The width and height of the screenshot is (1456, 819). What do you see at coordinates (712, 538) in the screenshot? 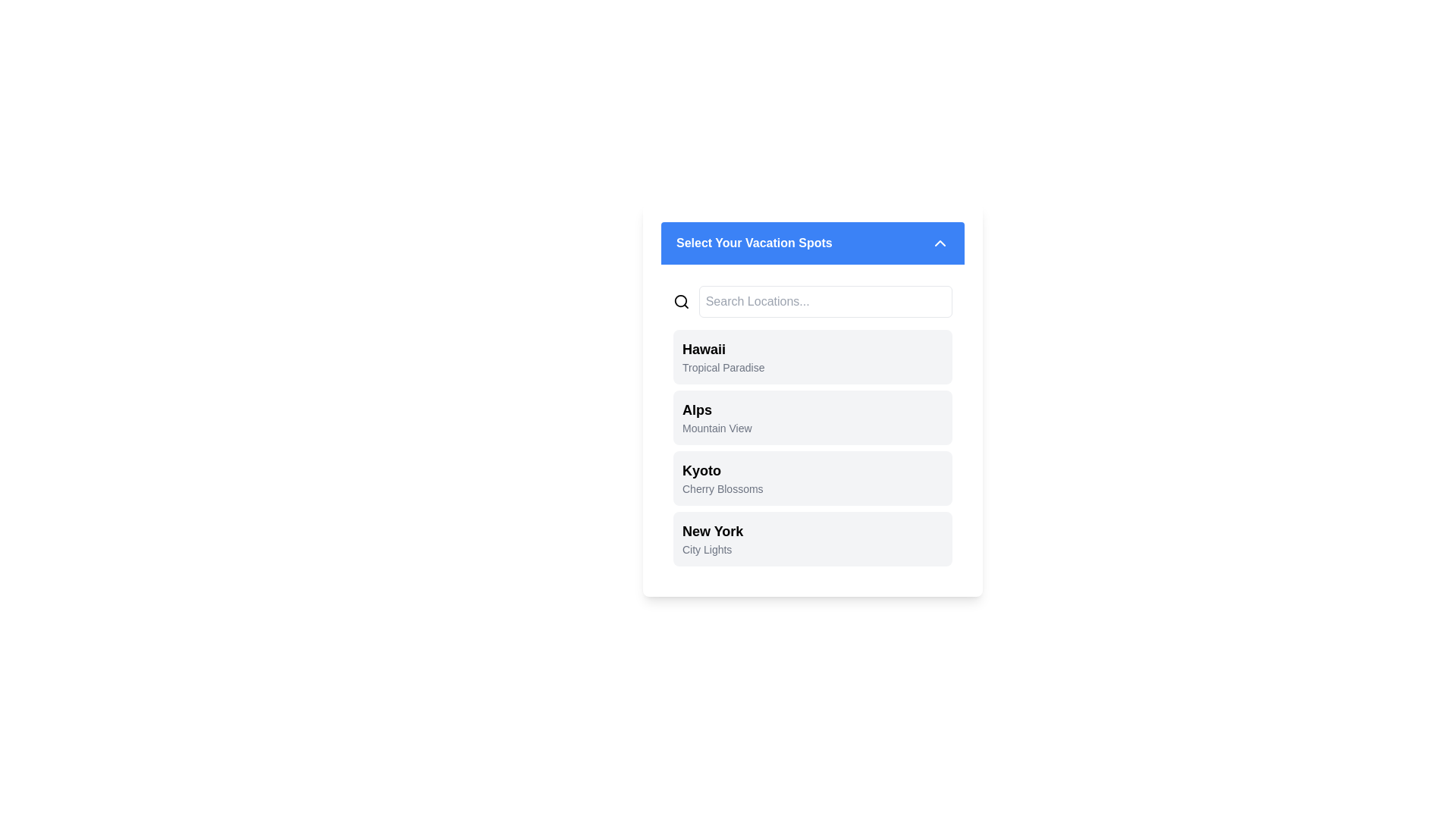
I see `the selectable item representing 'New York - City Lights', which is the fourth item in the vertical list of a card layout` at bounding box center [712, 538].